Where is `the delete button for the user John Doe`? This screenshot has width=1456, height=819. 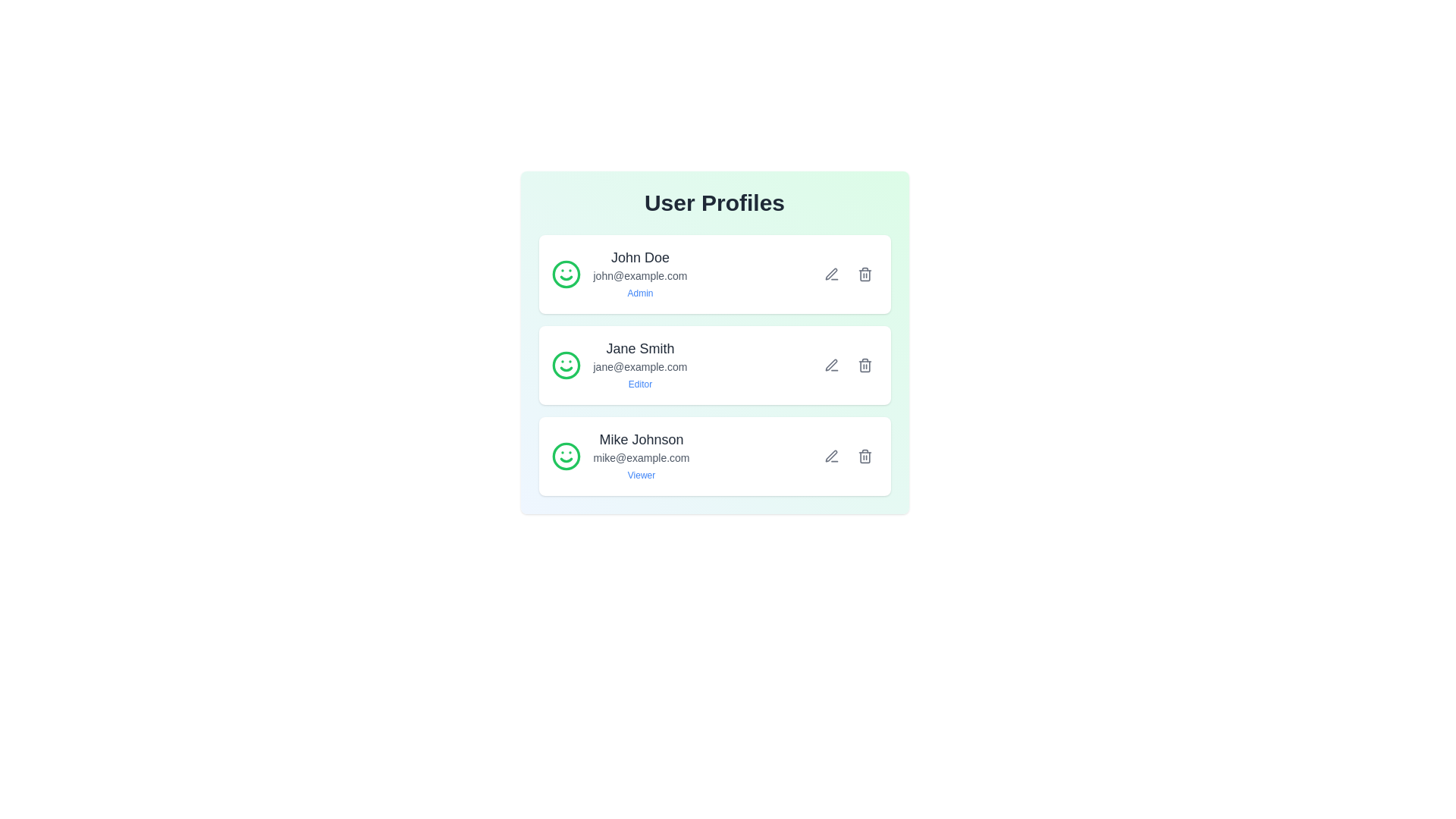 the delete button for the user John Doe is located at coordinates (864, 275).